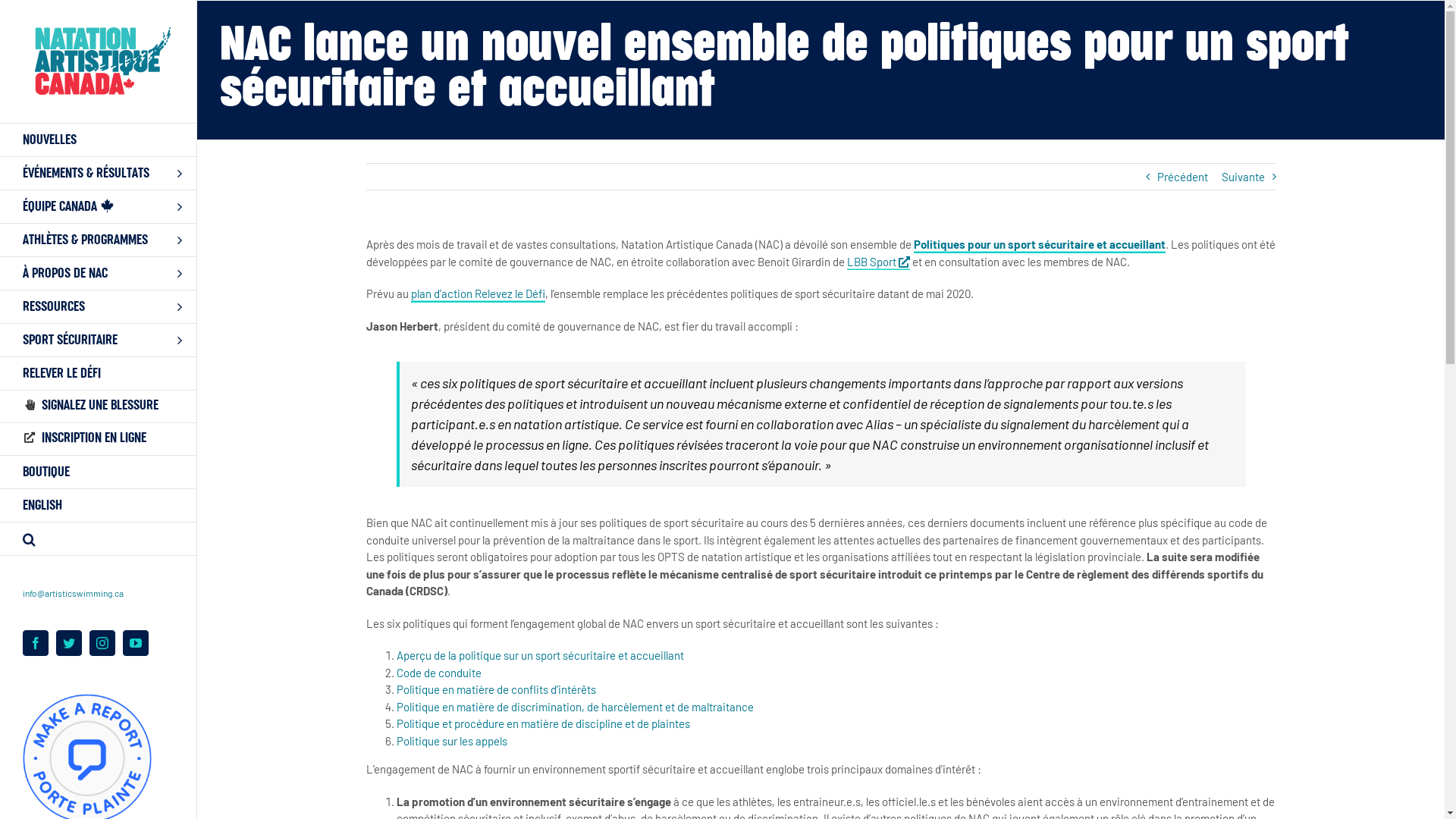  Describe the element at coordinates (97, 506) in the screenshot. I see `'ENGLISH'` at that location.